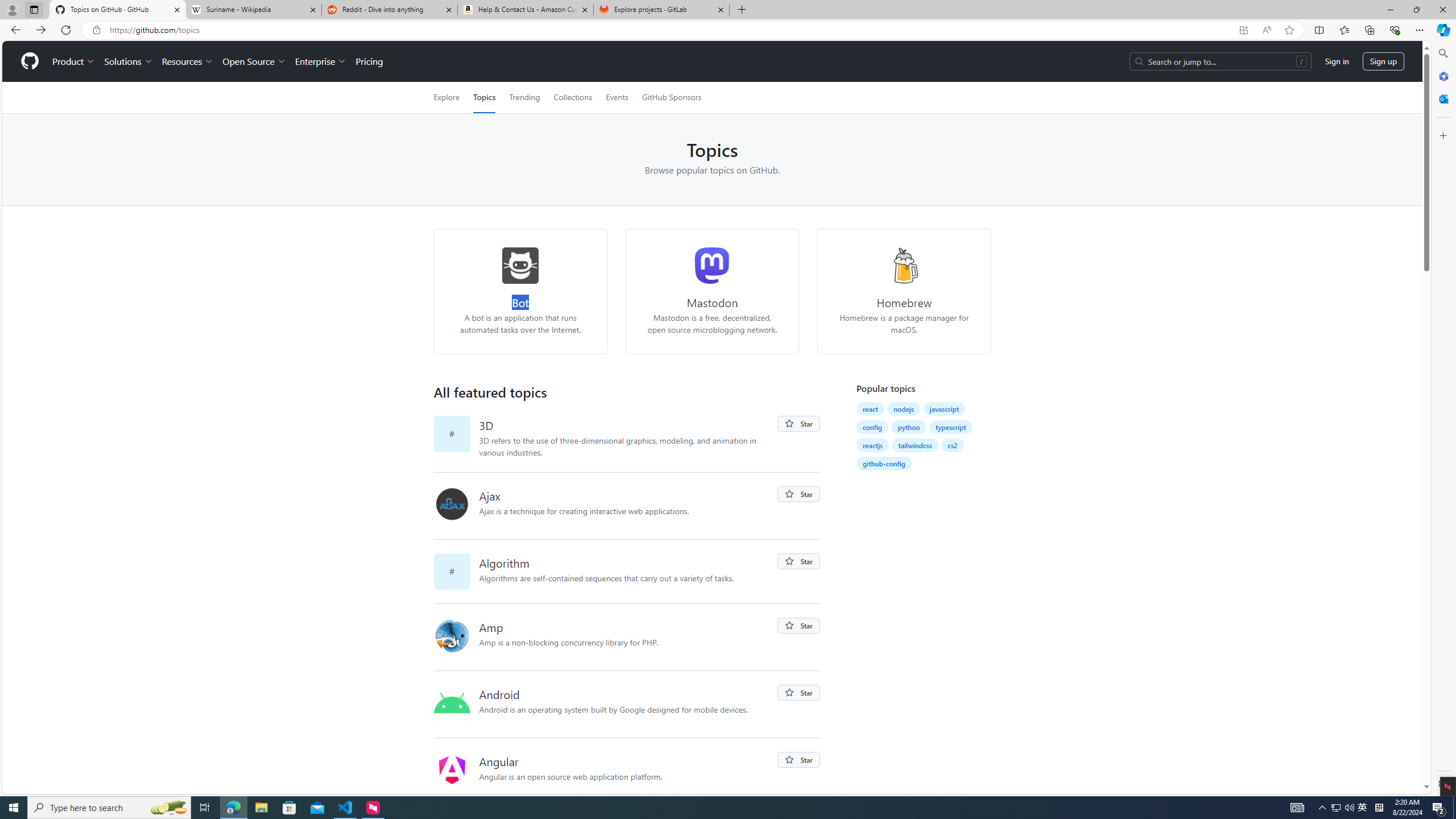 The image size is (1456, 819). I want to click on 'Resources', so click(188, 61).